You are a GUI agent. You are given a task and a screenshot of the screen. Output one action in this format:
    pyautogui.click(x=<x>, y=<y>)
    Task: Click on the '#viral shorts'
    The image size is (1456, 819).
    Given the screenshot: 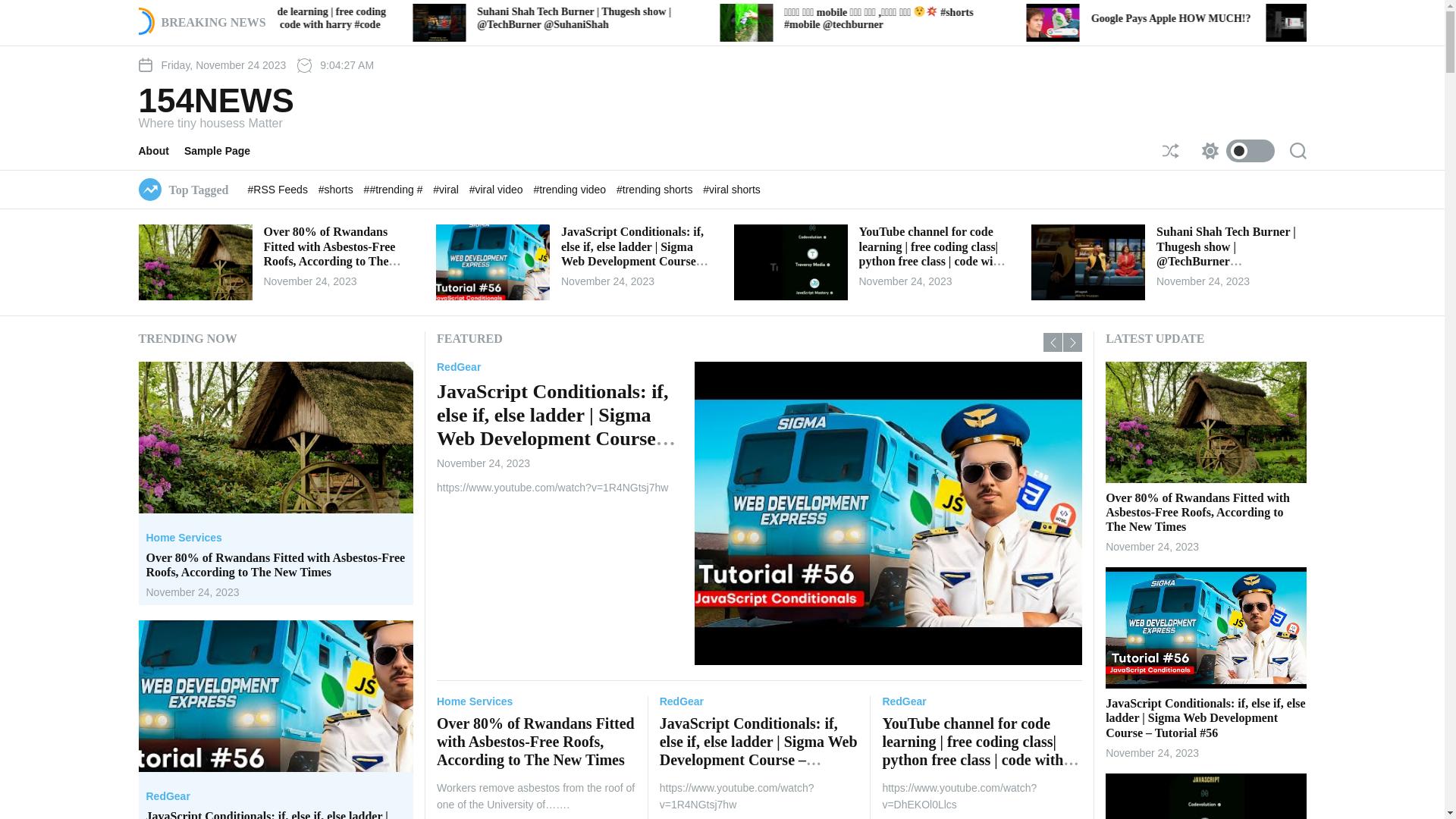 What is the action you would take?
    pyautogui.click(x=731, y=189)
    